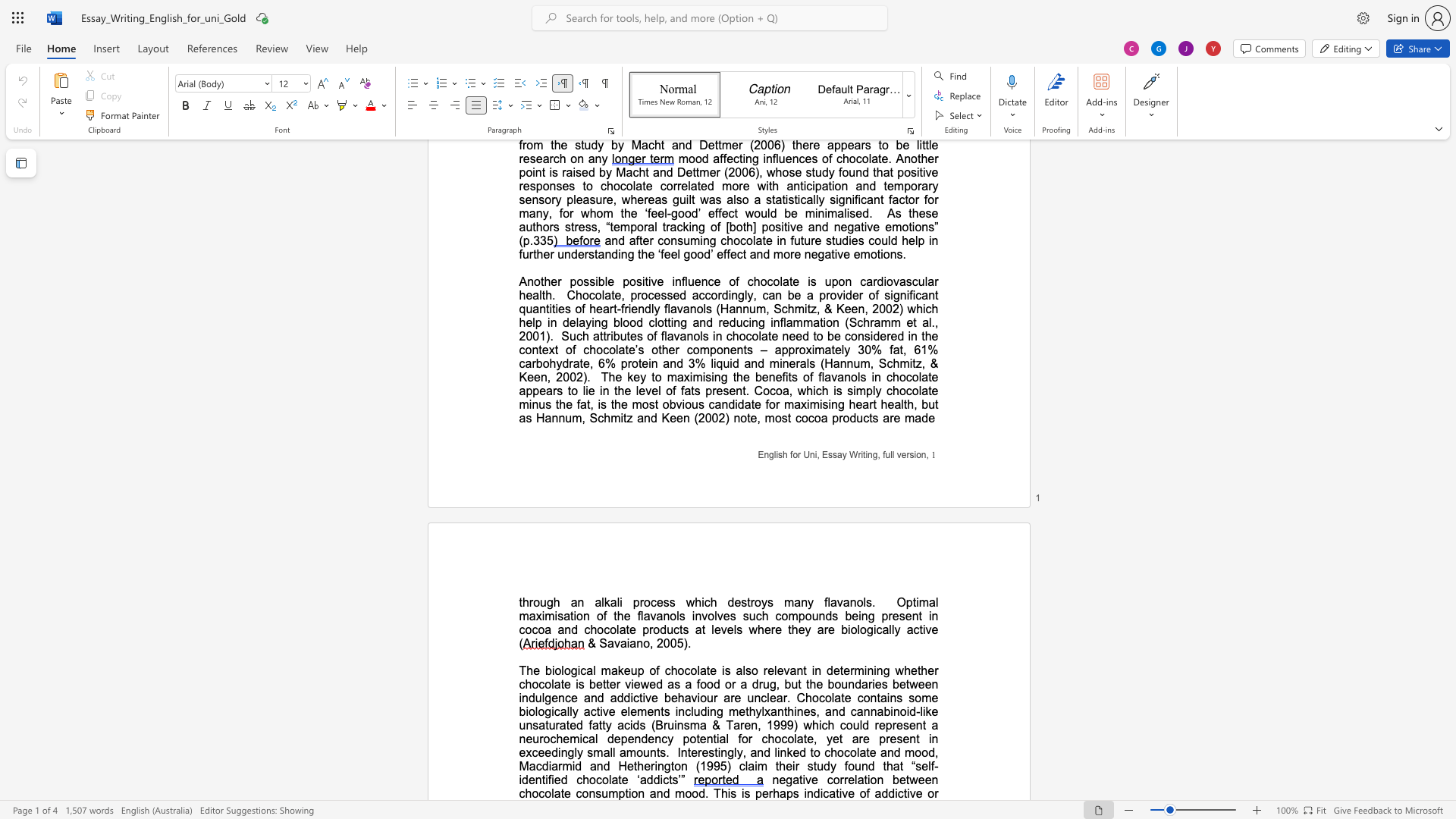  Describe the element at coordinates (602, 643) in the screenshot. I see `the 1th character "S" in the text` at that location.